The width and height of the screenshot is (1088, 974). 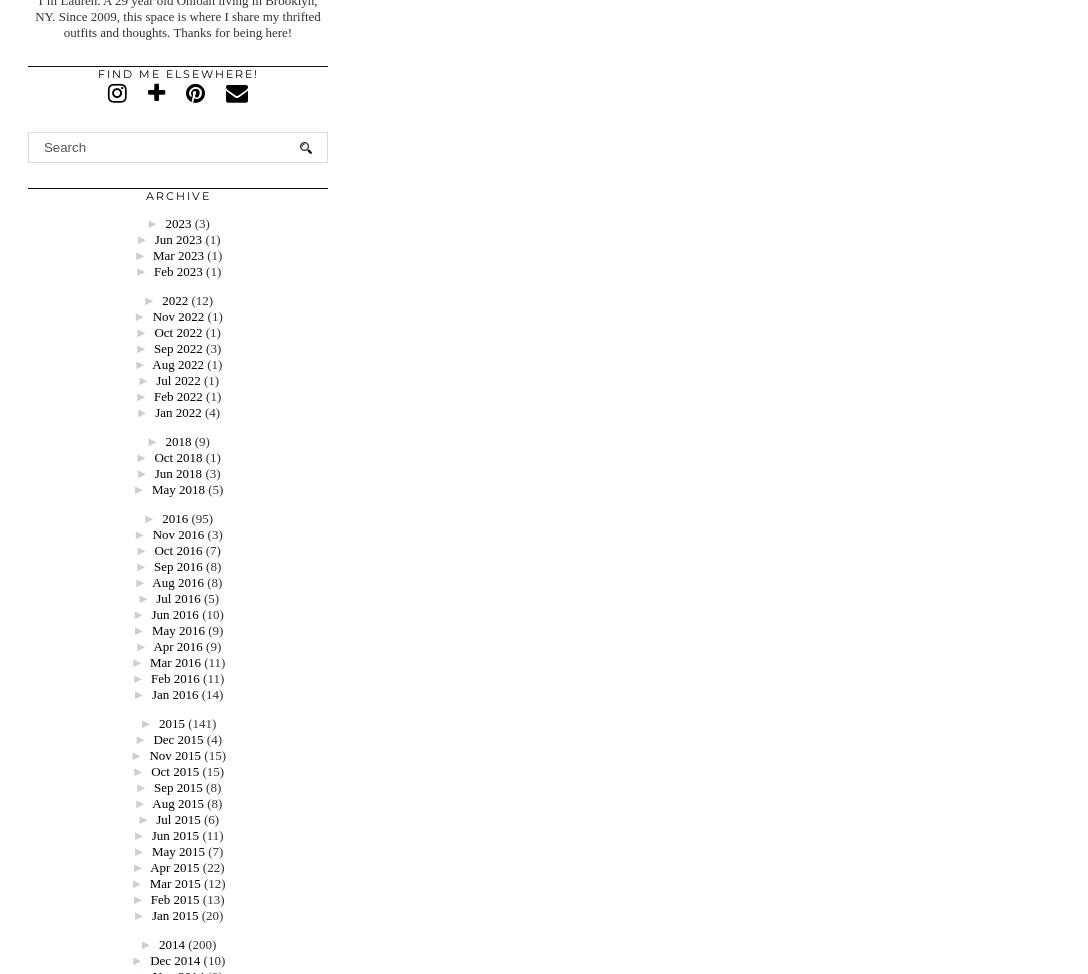 I want to click on 'Jun 2018', so click(x=176, y=472).